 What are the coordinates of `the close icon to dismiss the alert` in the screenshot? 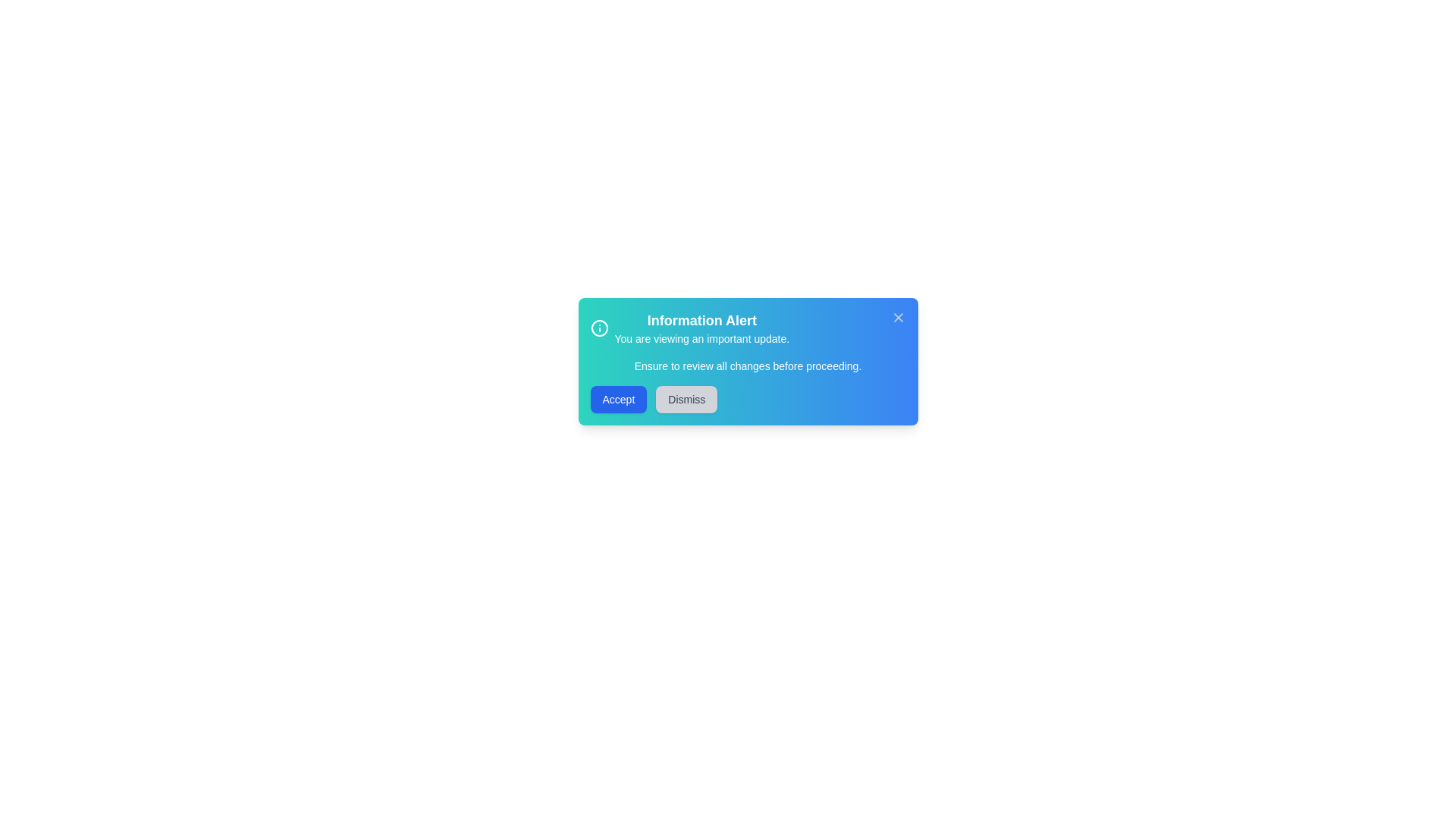 It's located at (898, 317).